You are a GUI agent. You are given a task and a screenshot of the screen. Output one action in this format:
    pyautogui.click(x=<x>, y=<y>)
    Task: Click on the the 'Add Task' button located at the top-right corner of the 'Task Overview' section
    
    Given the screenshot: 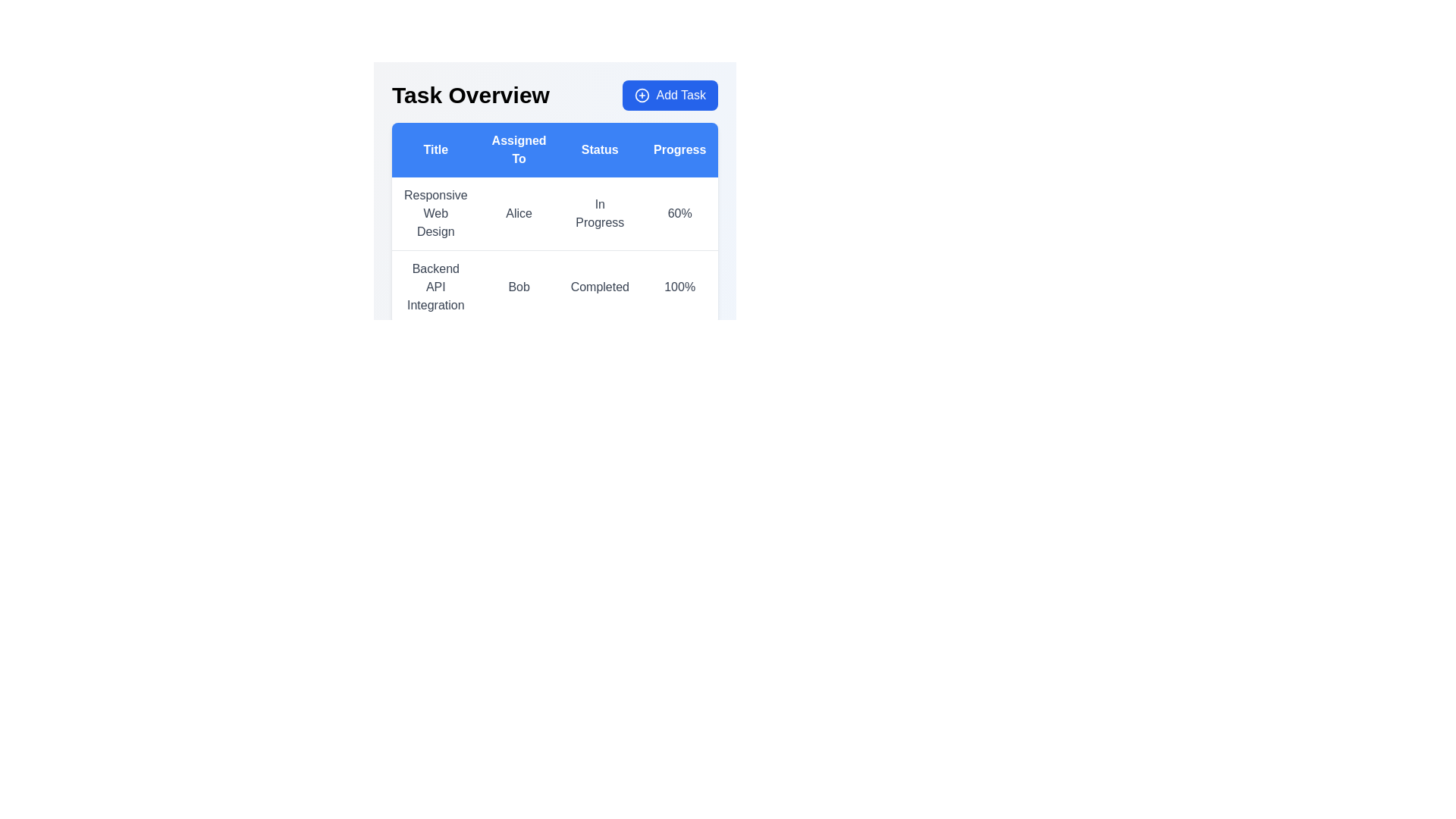 What is the action you would take?
    pyautogui.click(x=669, y=96)
    